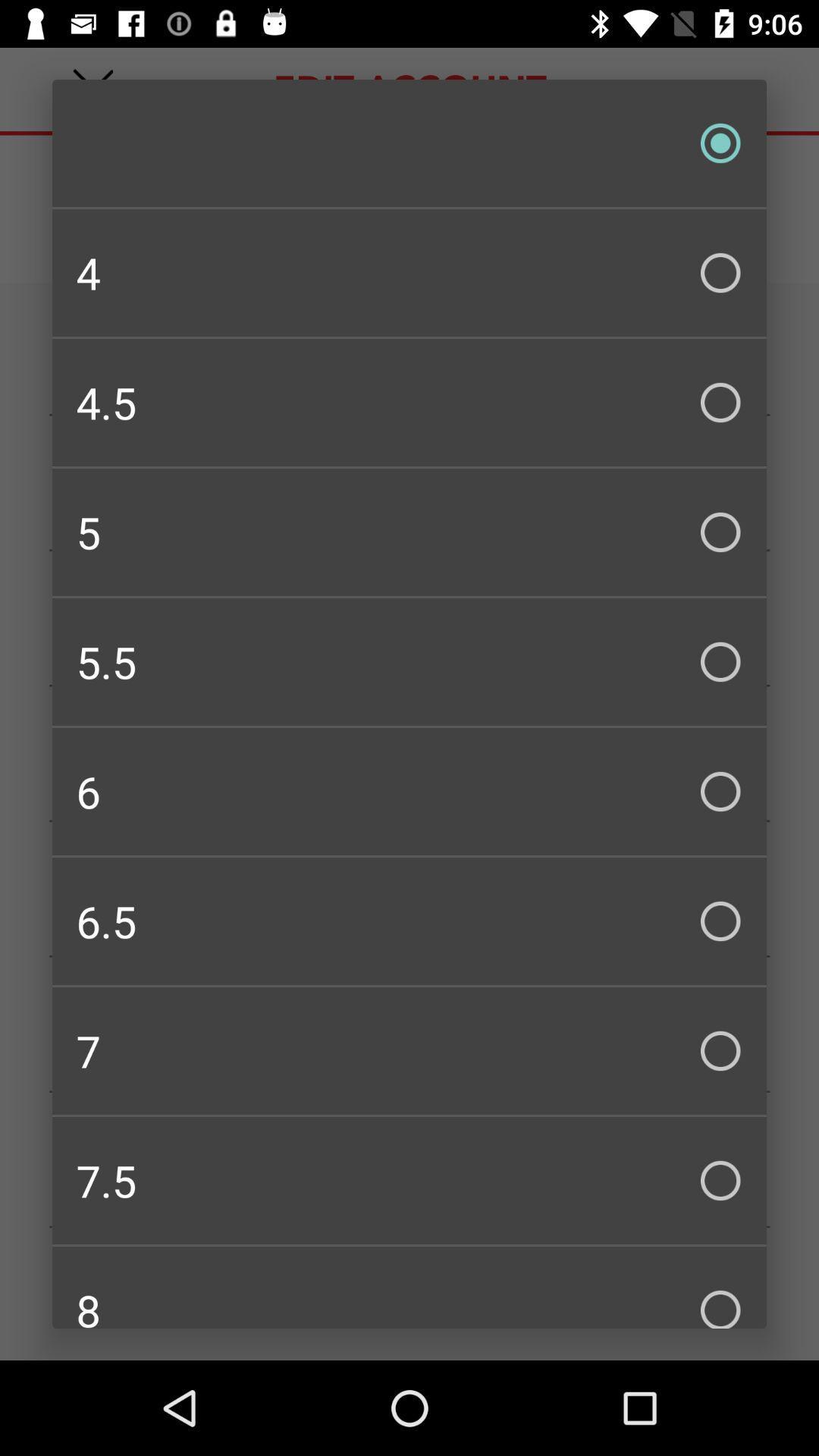  Describe the element at coordinates (409, 1287) in the screenshot. I see `icon below the 7.5 icon` at that location.